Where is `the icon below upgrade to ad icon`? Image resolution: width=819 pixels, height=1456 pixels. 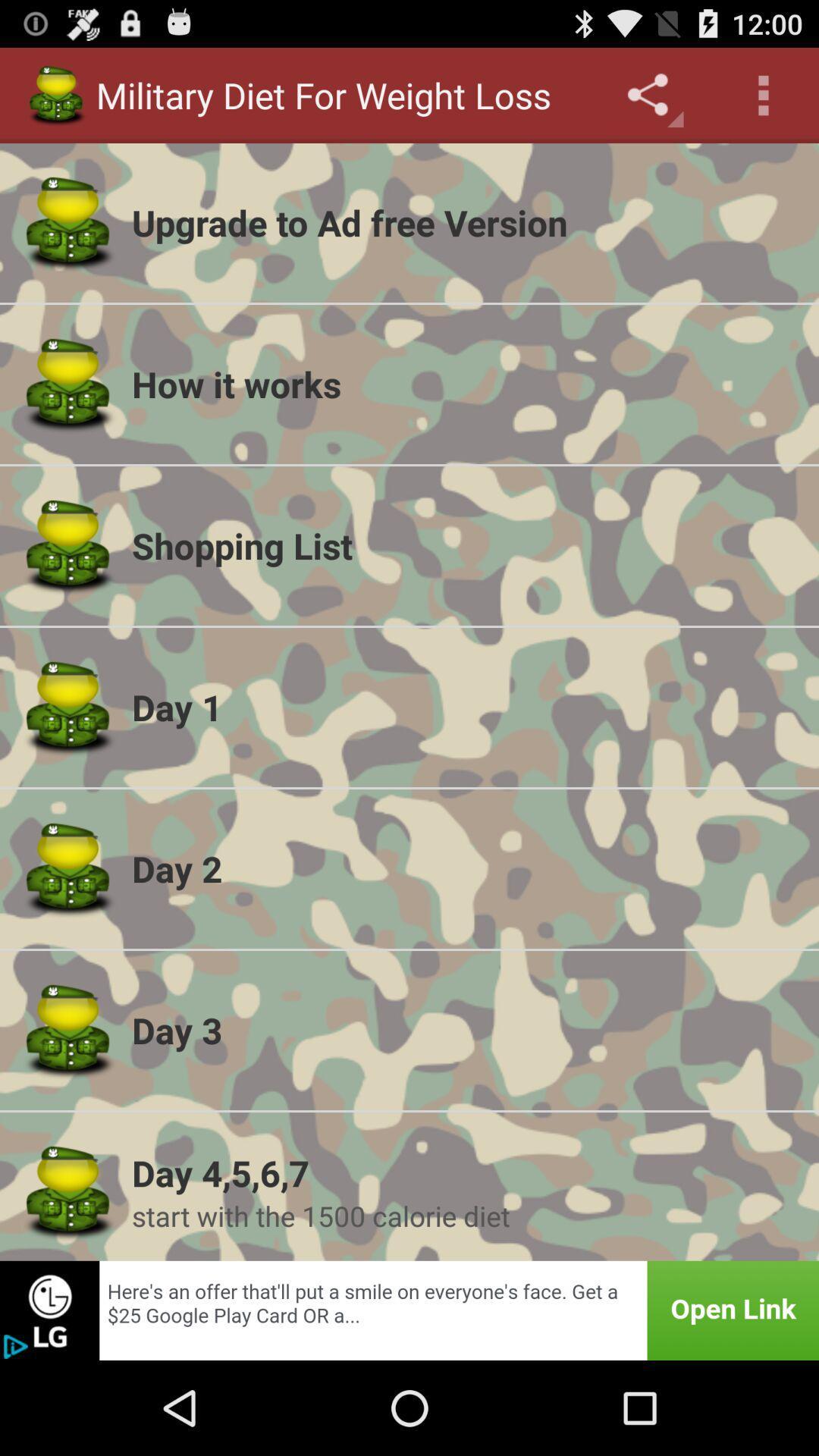
the icon below upgrade to ad icon is located at coordinates (465, 384).